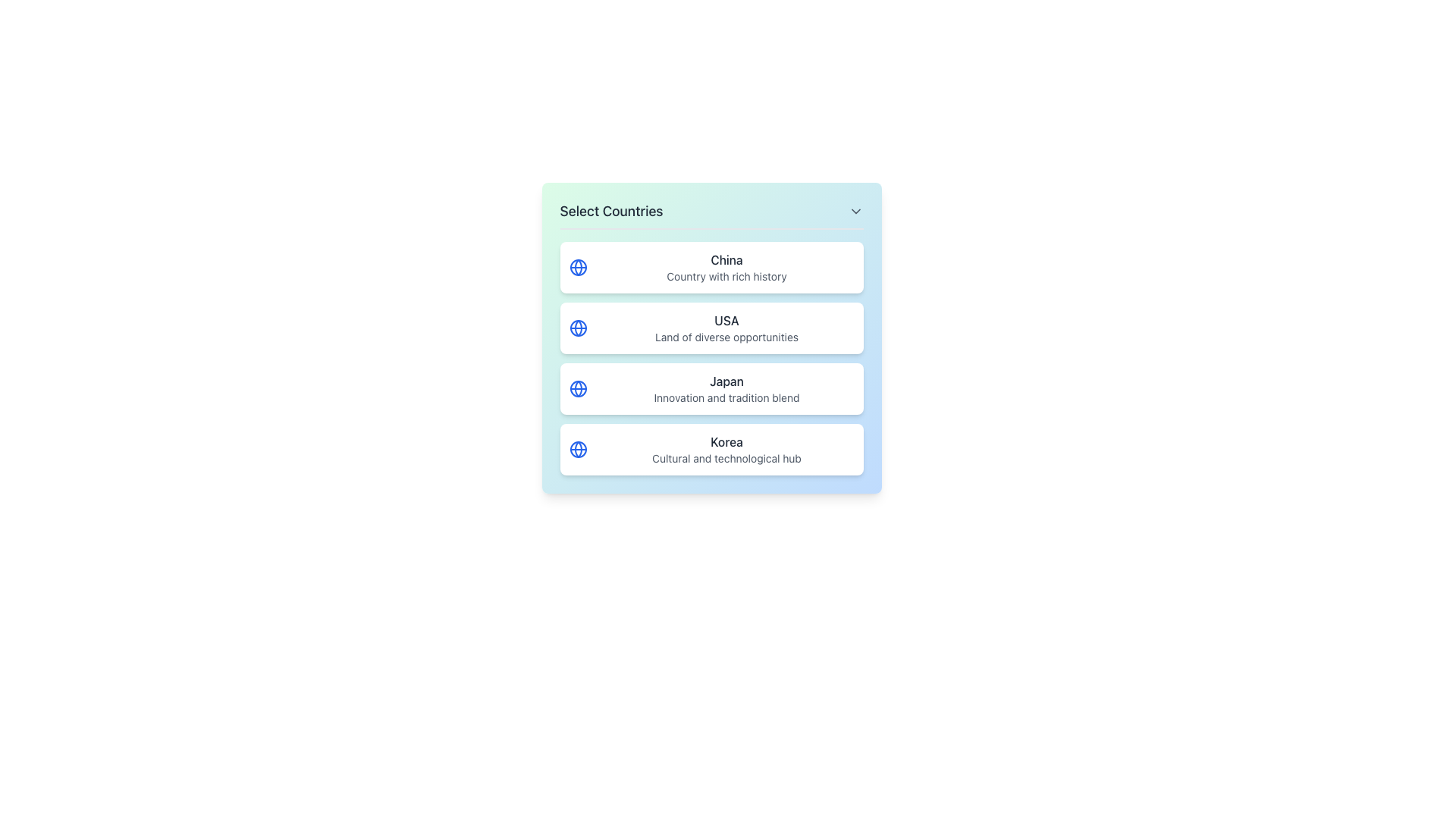  What do you see at coordinates (855, 211) in the screenshot?
I see `the downward-pointing gray chevron icon located at the top-right corner of the 'Select Countries' section` at bounding box center [855, 211].